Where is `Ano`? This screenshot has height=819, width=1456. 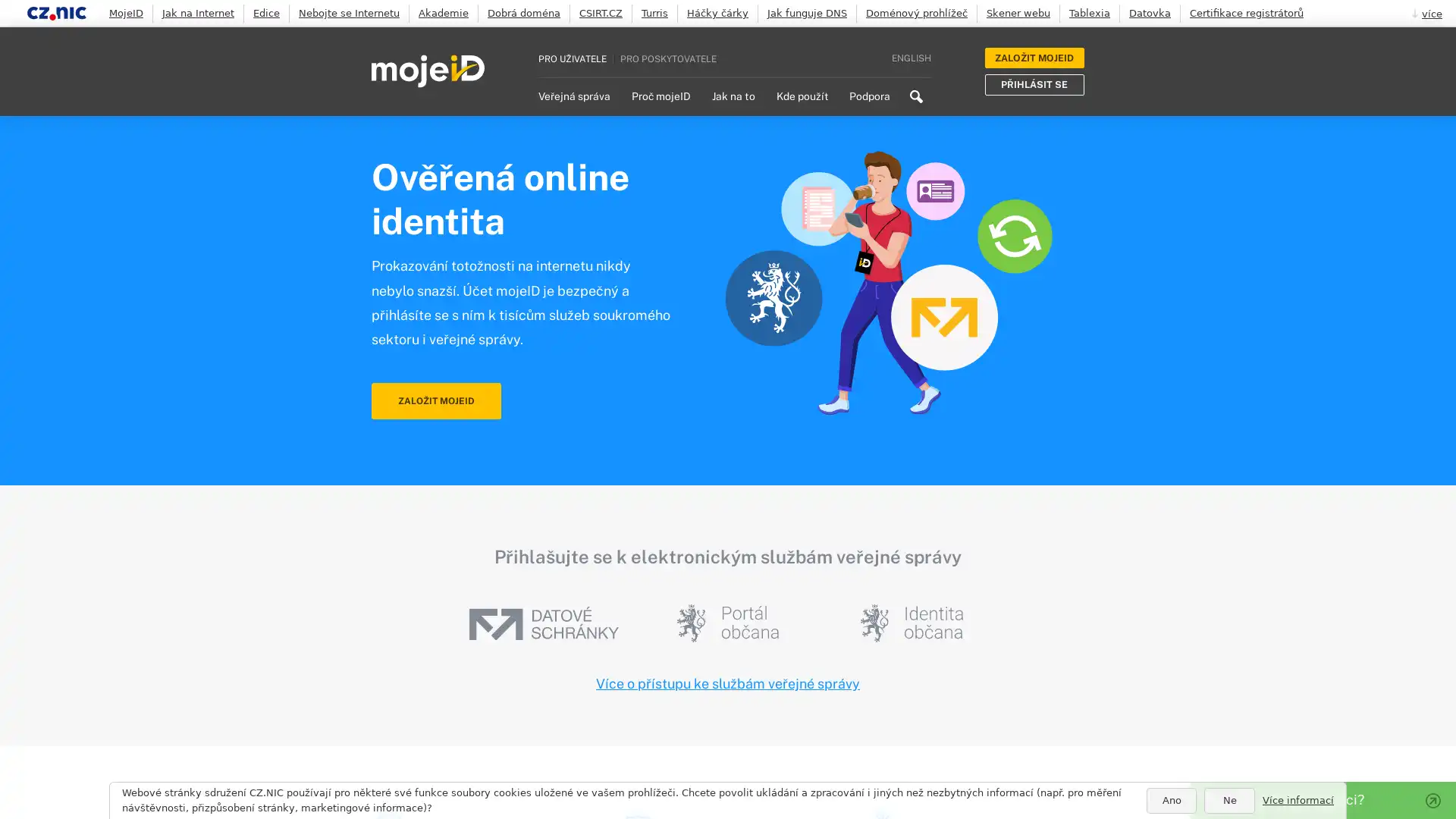
Ano is located at coordinates (1170, 800).